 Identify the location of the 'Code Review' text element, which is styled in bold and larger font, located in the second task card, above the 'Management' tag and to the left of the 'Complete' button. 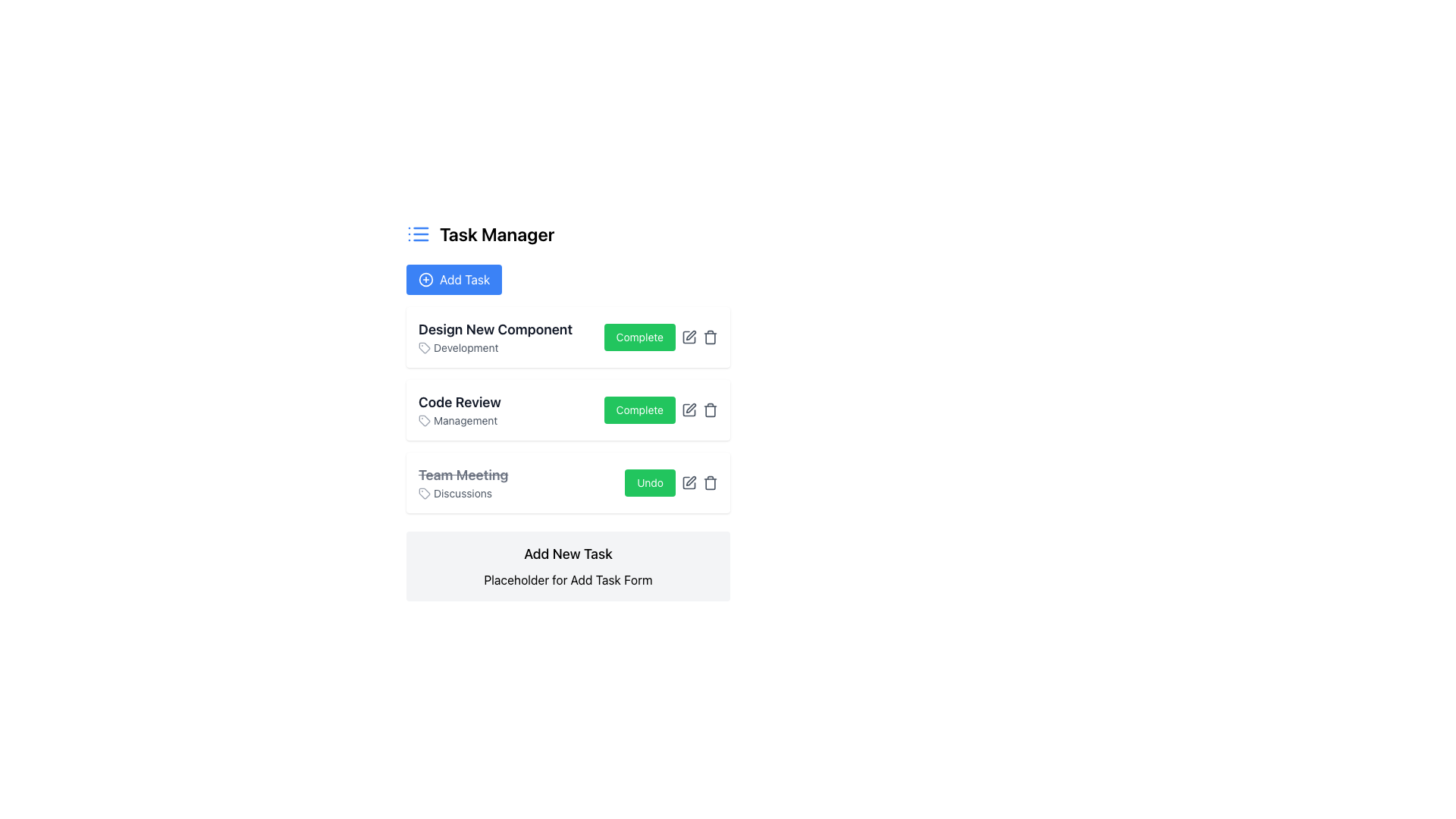
(459, 409).